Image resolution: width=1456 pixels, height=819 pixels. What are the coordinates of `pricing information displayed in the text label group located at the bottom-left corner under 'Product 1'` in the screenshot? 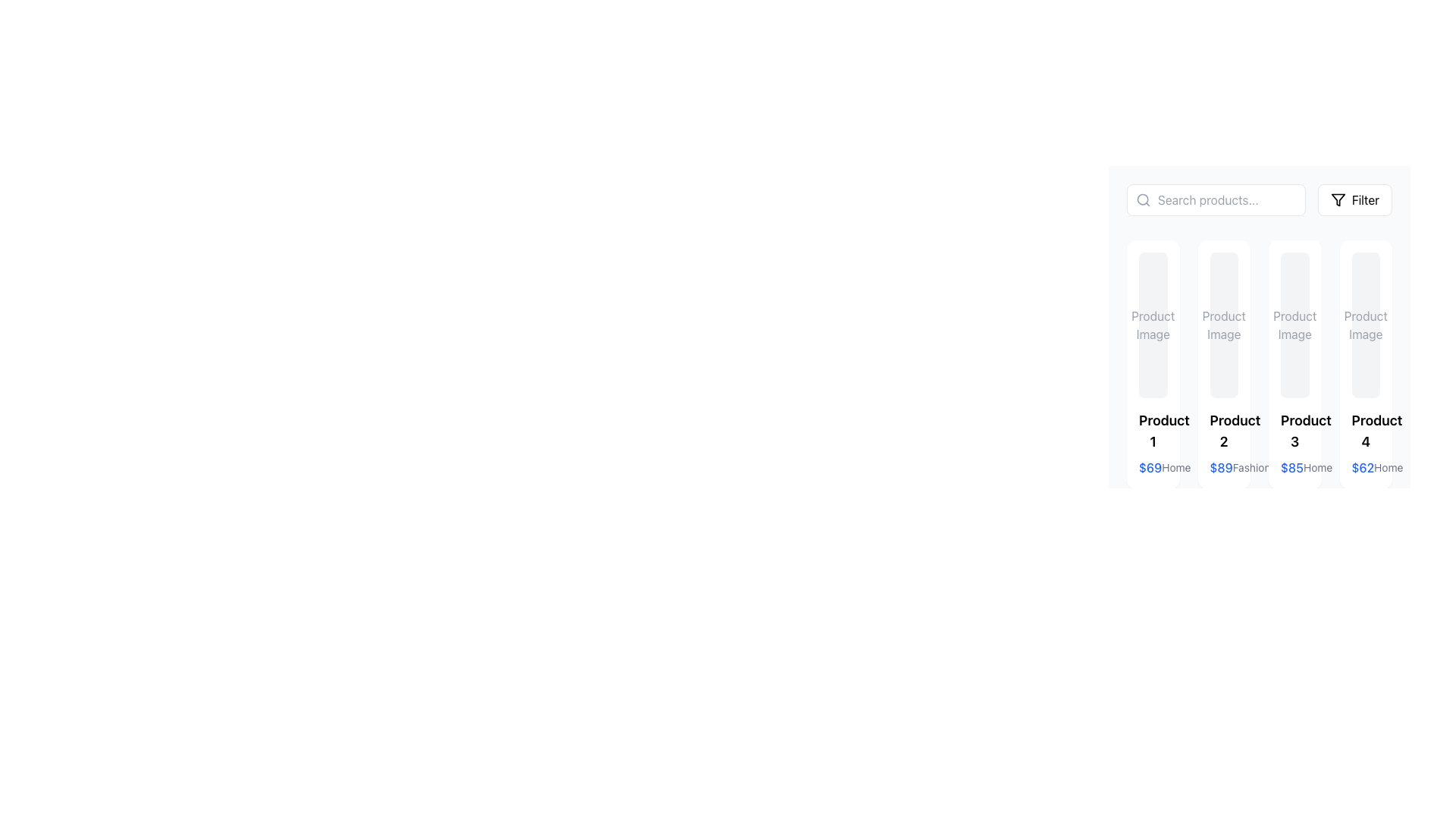 It's located at (1153, 467).